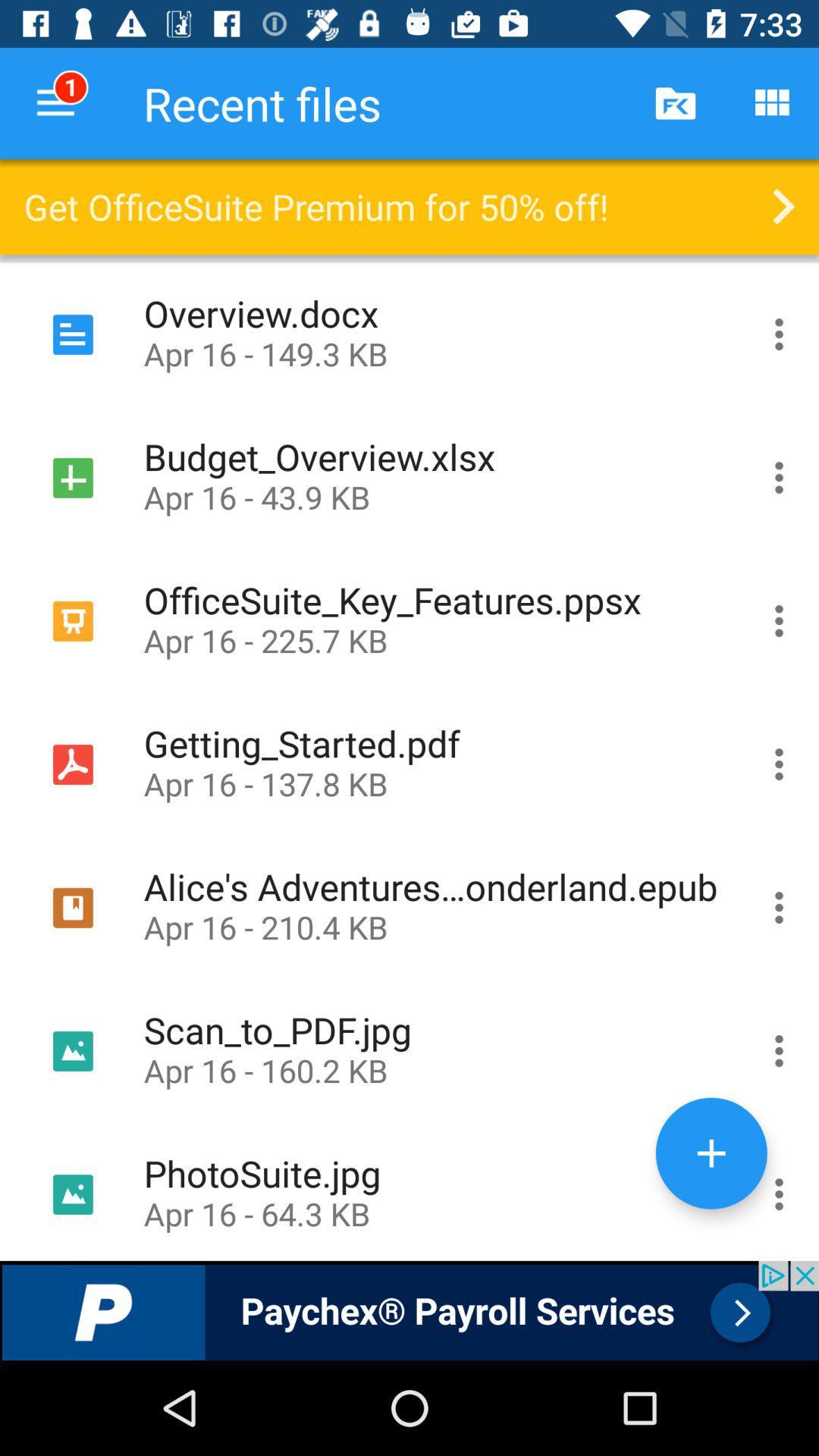 The image size is (819, 1456). What do you see at coordinates (779, 334) in the screenshot?
I see `file` at bounding box center [779, 334].